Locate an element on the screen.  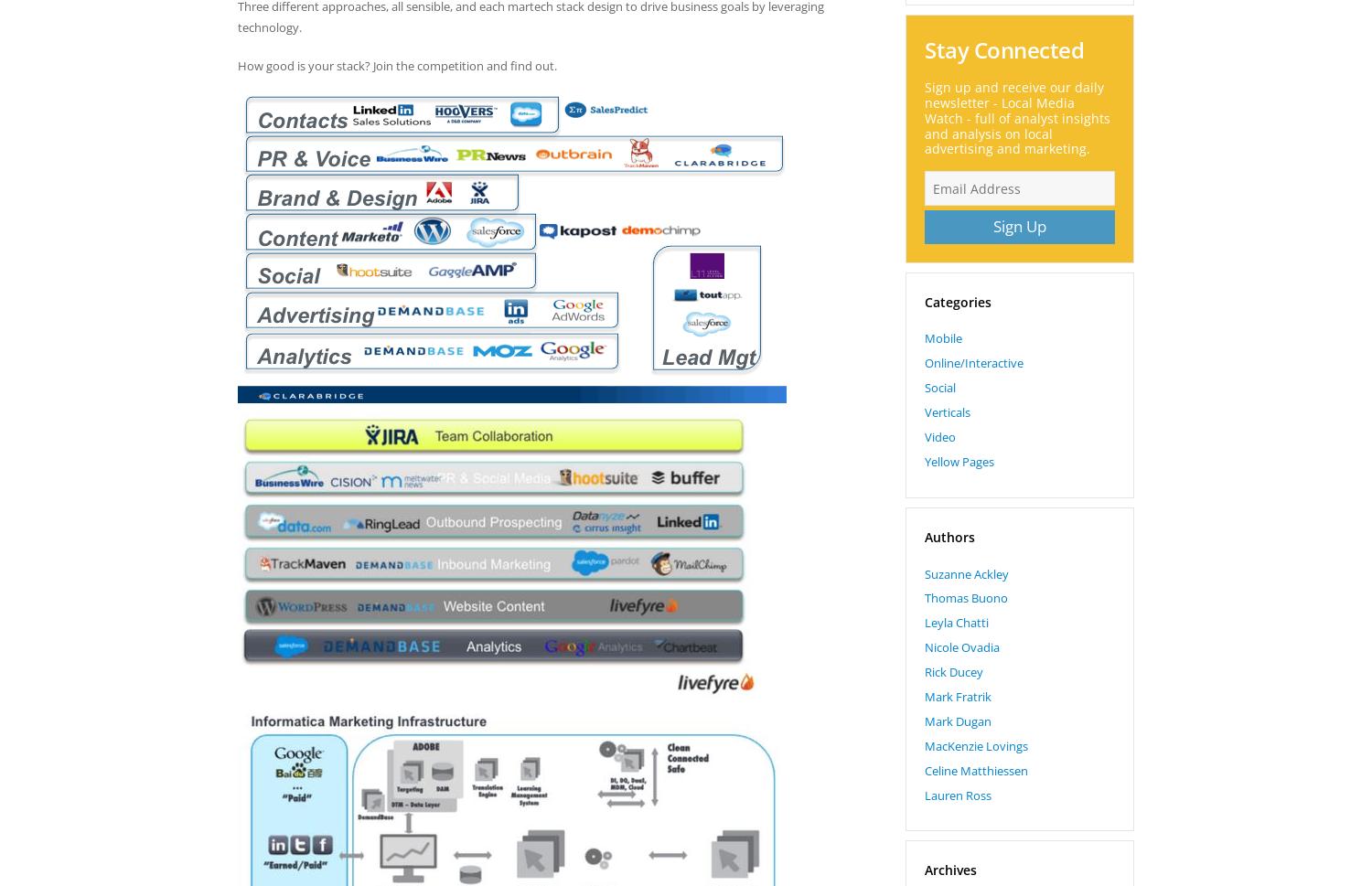
'Leyla Chatti' is located at coordinates (956, 622).